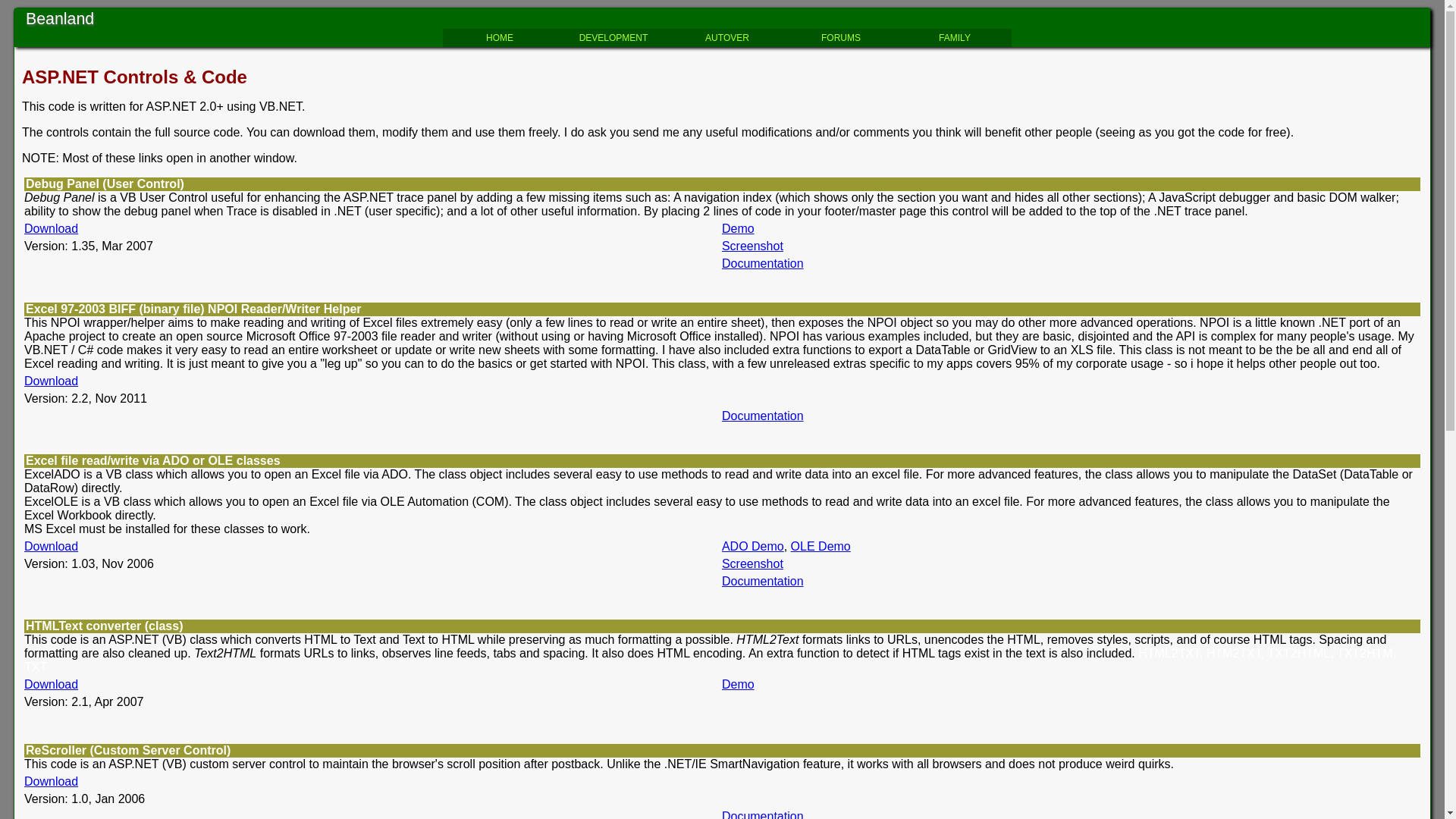 Image resolution: width=1456 pixels, height=819 pixels. Describe the element at coordinates (499, 37) in the screenshot. I see `'HOME'` at that location.